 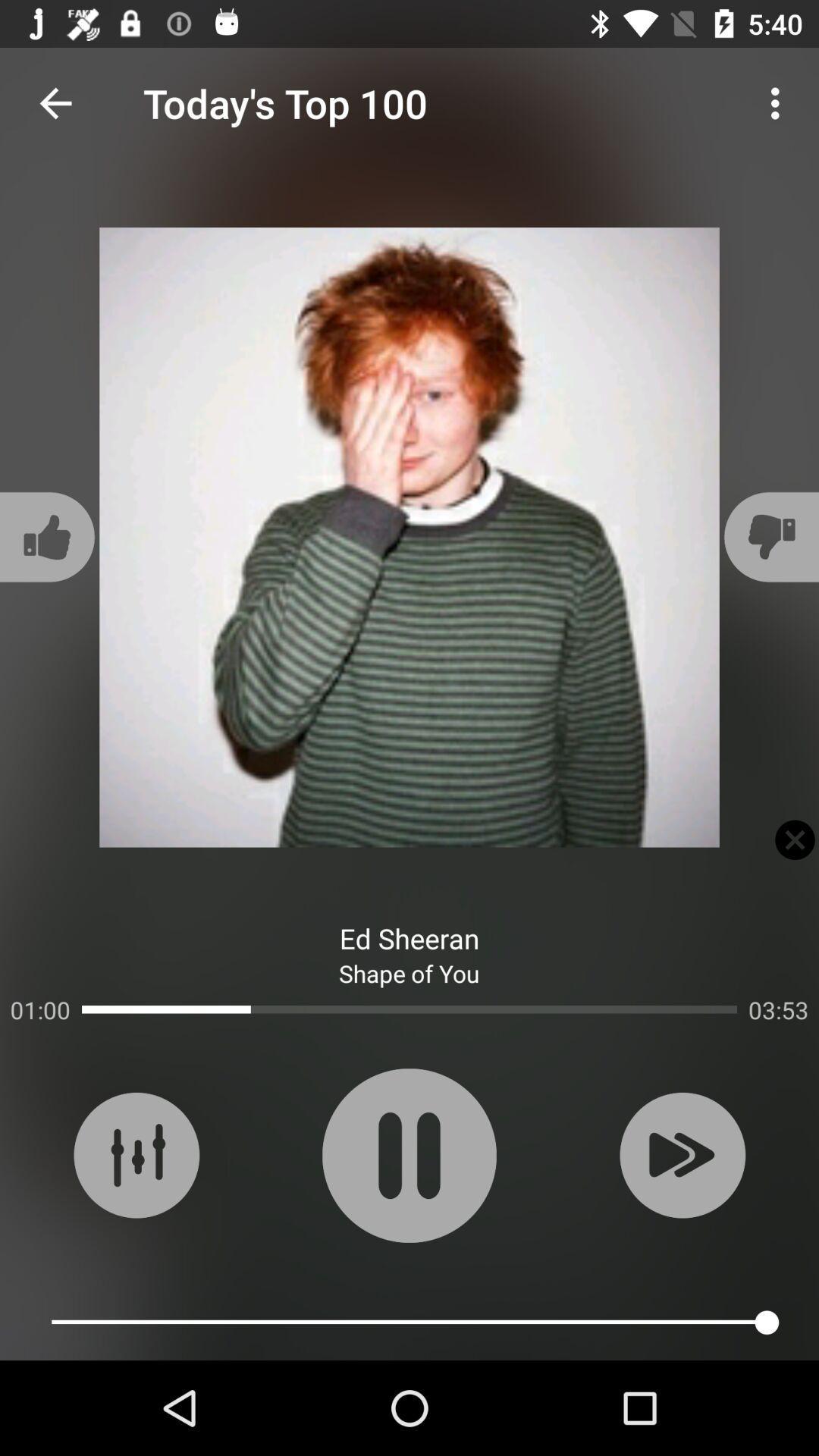 What do you see at coordinates (49, 537) in the screenshot?
I see `the thumbs_up icon` at bounding box center [49, 537].